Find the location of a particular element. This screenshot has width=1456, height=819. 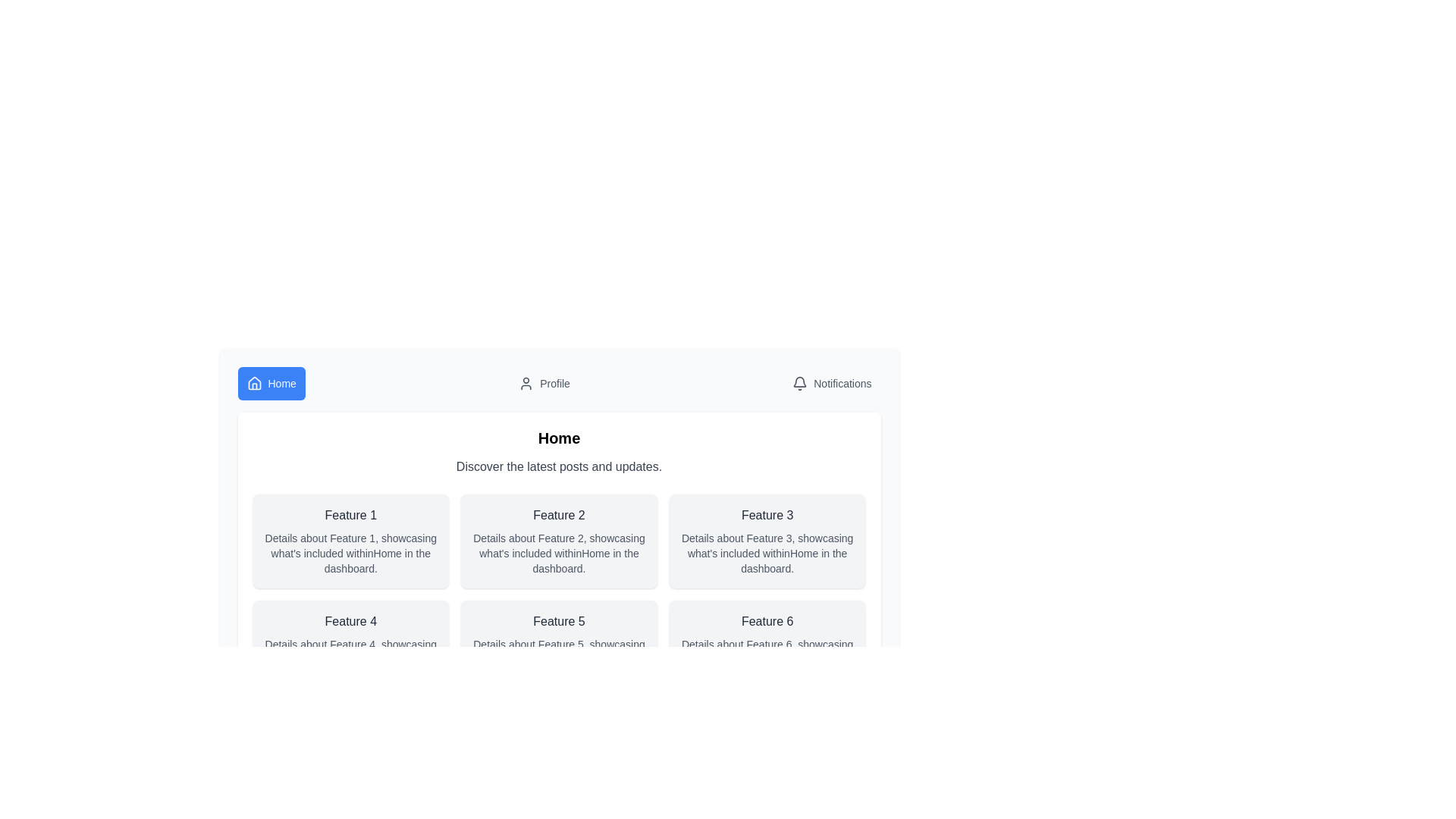

the notifications button located at the top-right side of the interface is located at coordinates (831, 382).